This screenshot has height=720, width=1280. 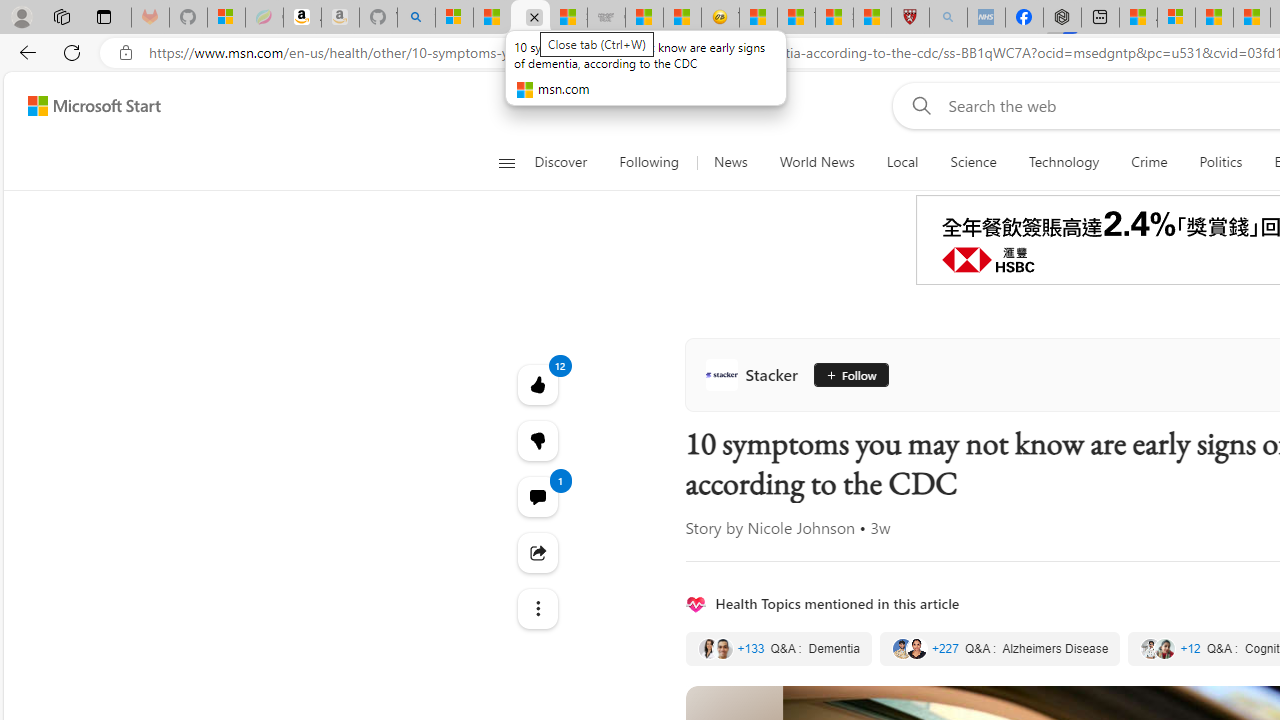 What do you see at coordinates (537, 608) in the screenshot?
I see `'Class: at-item'` at bounding box center [537, 608].